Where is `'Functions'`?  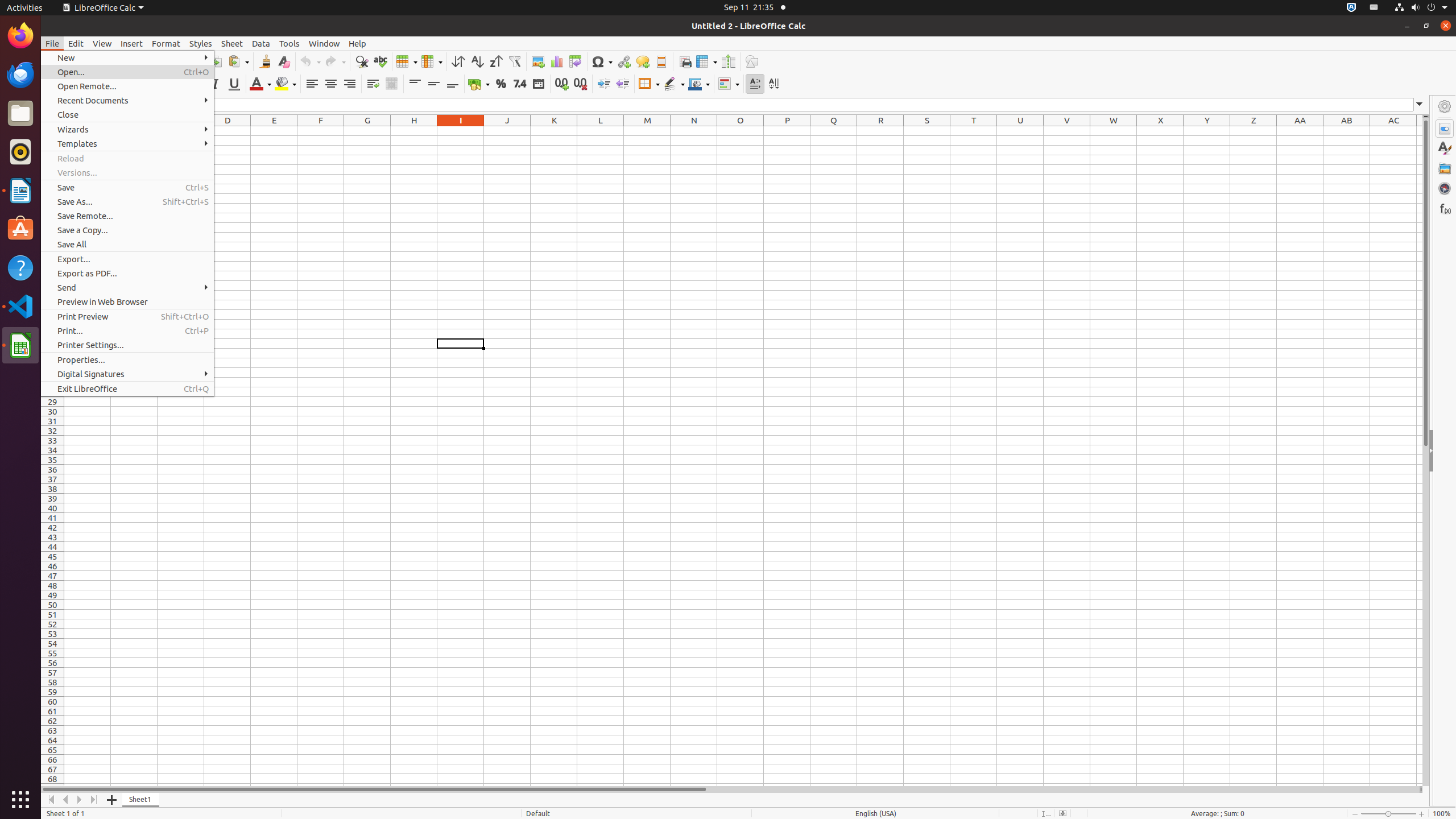 'Functions' is located at coordinates (1444, 208).